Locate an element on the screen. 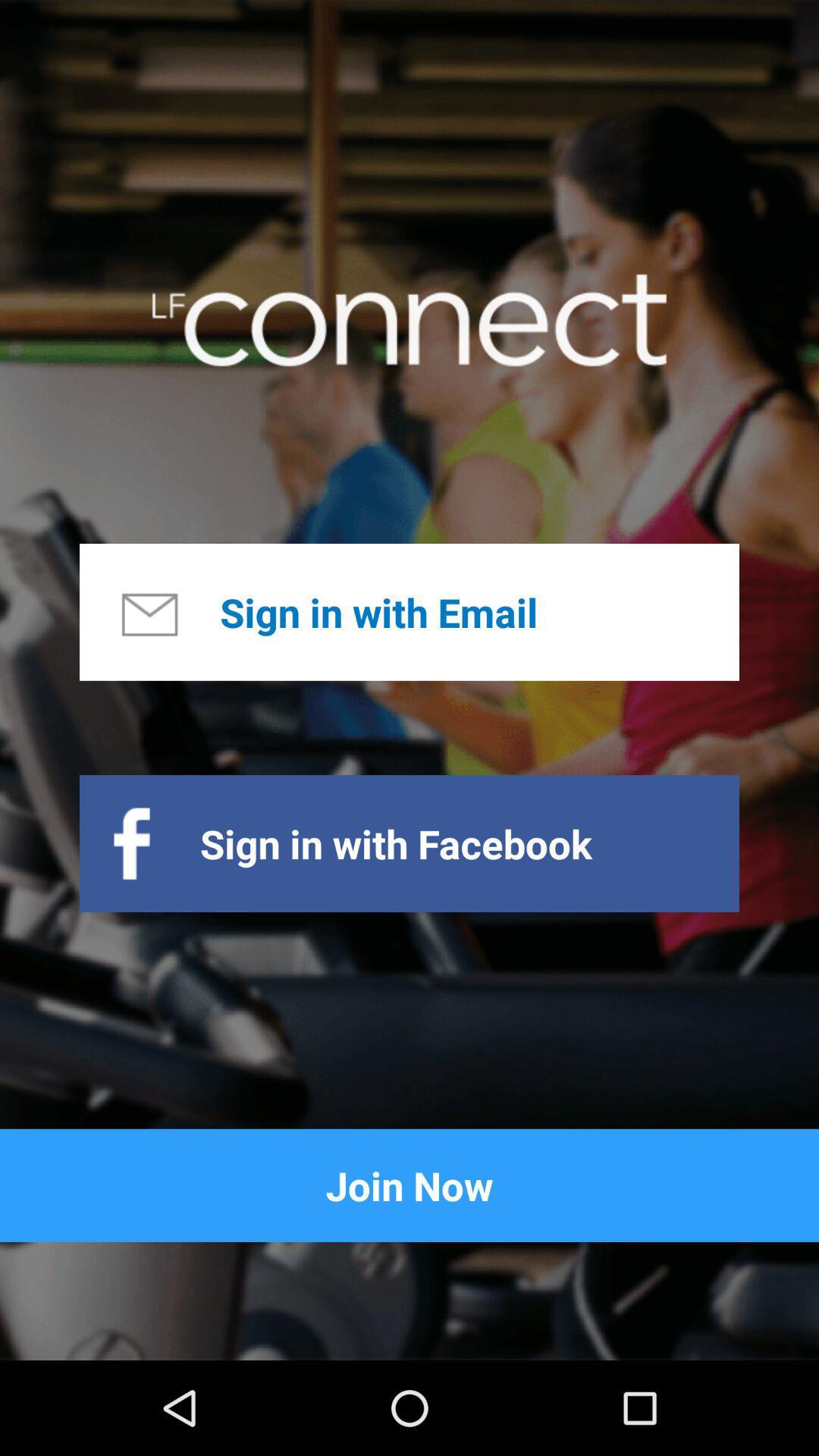 The width and height of the screenshot is (819, 1456). app below the sign in with is located at coordinates (409, 1185).